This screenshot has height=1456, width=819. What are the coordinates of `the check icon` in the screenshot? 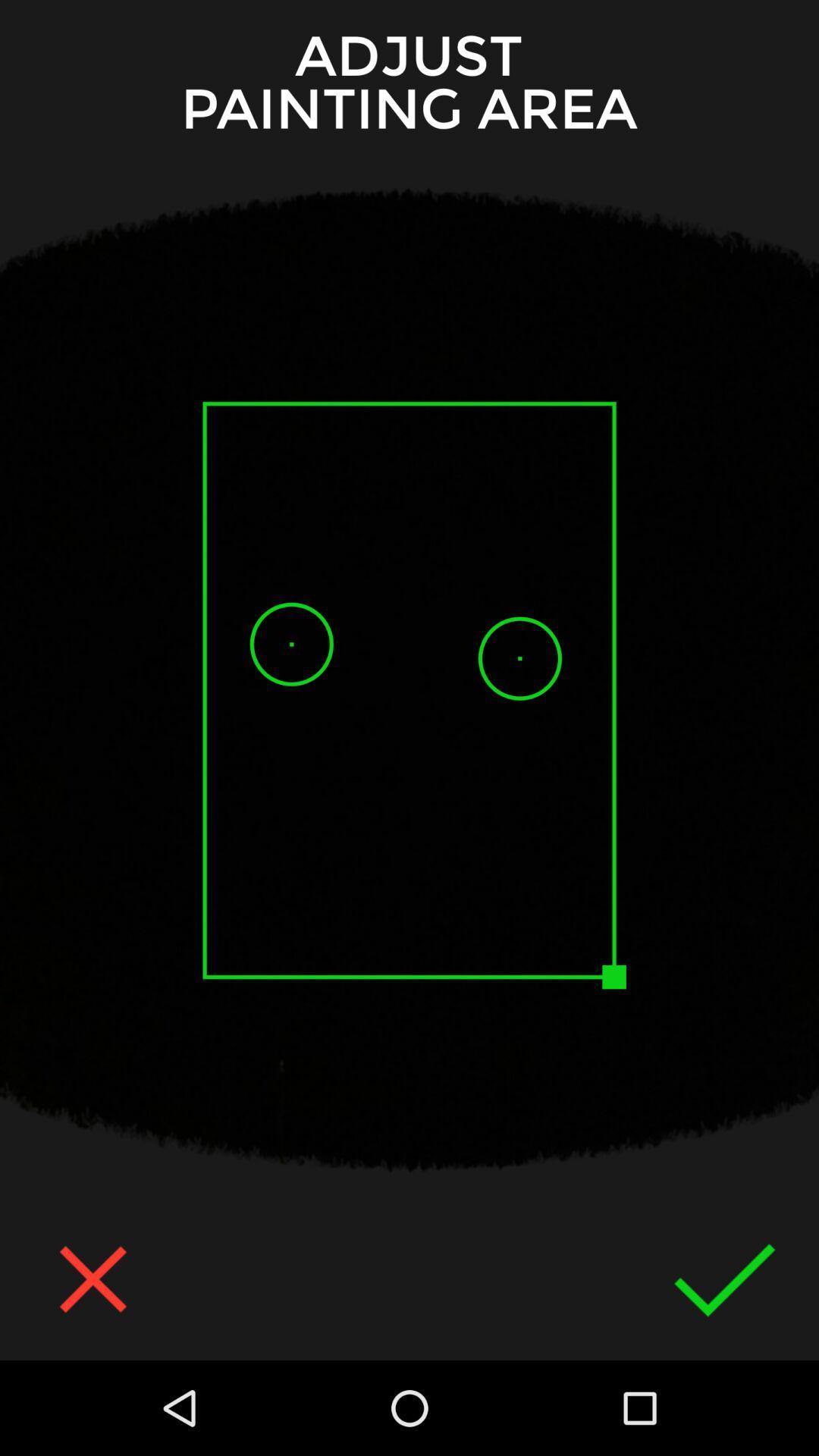 It's located at (723, 1280).